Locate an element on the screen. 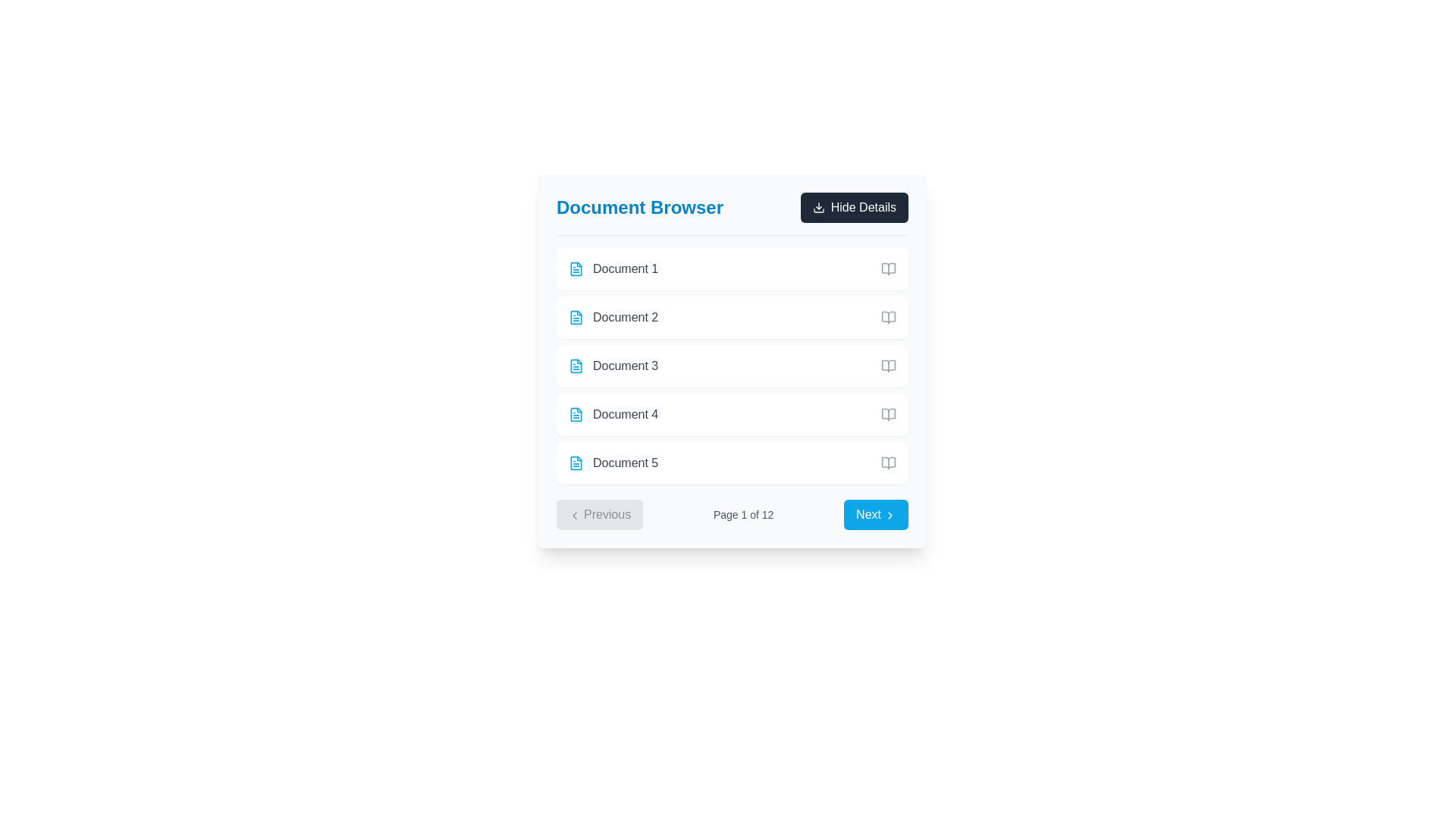 The width and height of the screenshot is (1456, 819). the list item representing 'Document 5' is located at coordinates (613, 462).